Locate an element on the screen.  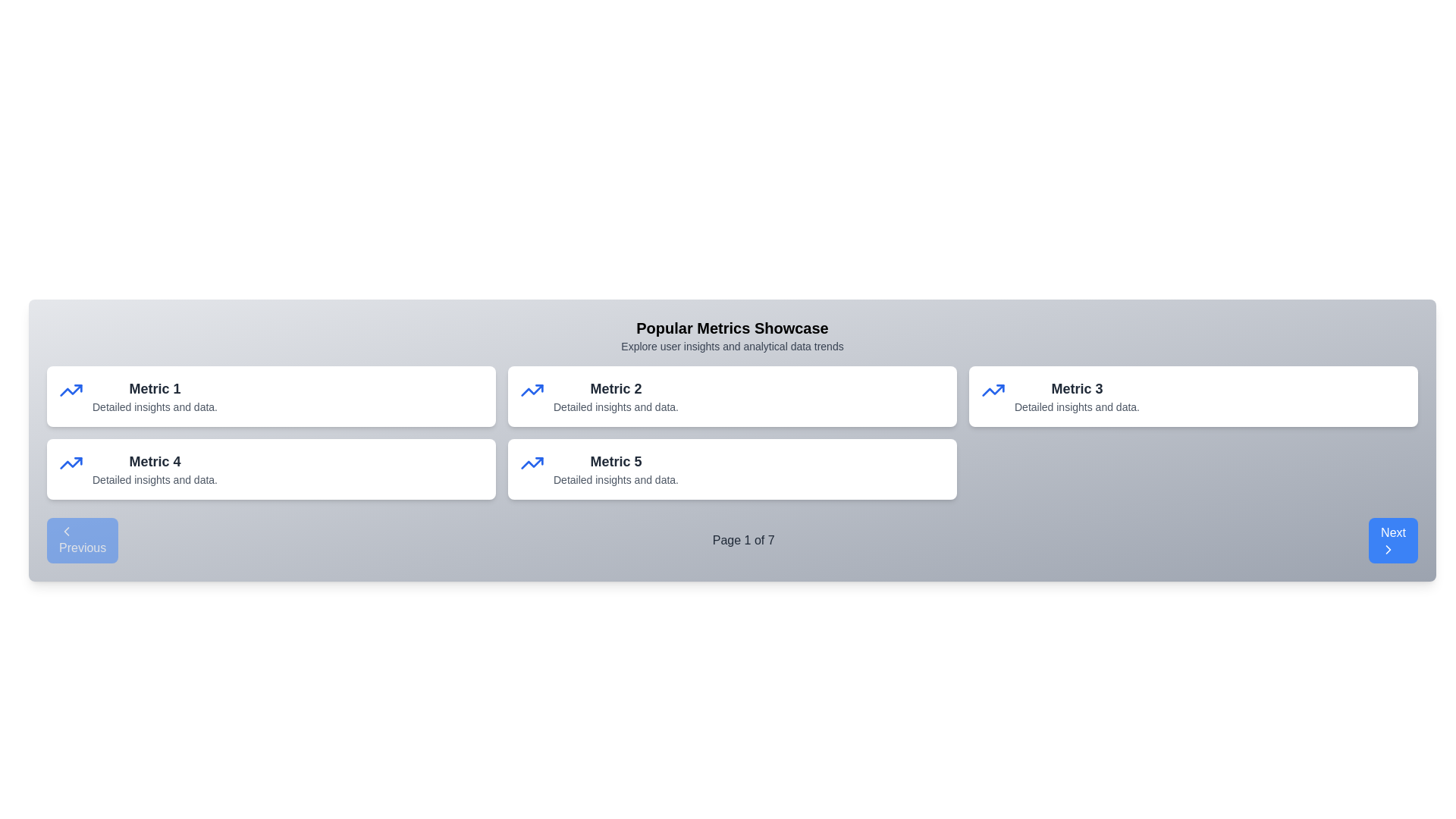
the non-interactive informational display for 'Metric 5' located in the bottom row, second column of the grid layout is located at coordinates (611, 468).